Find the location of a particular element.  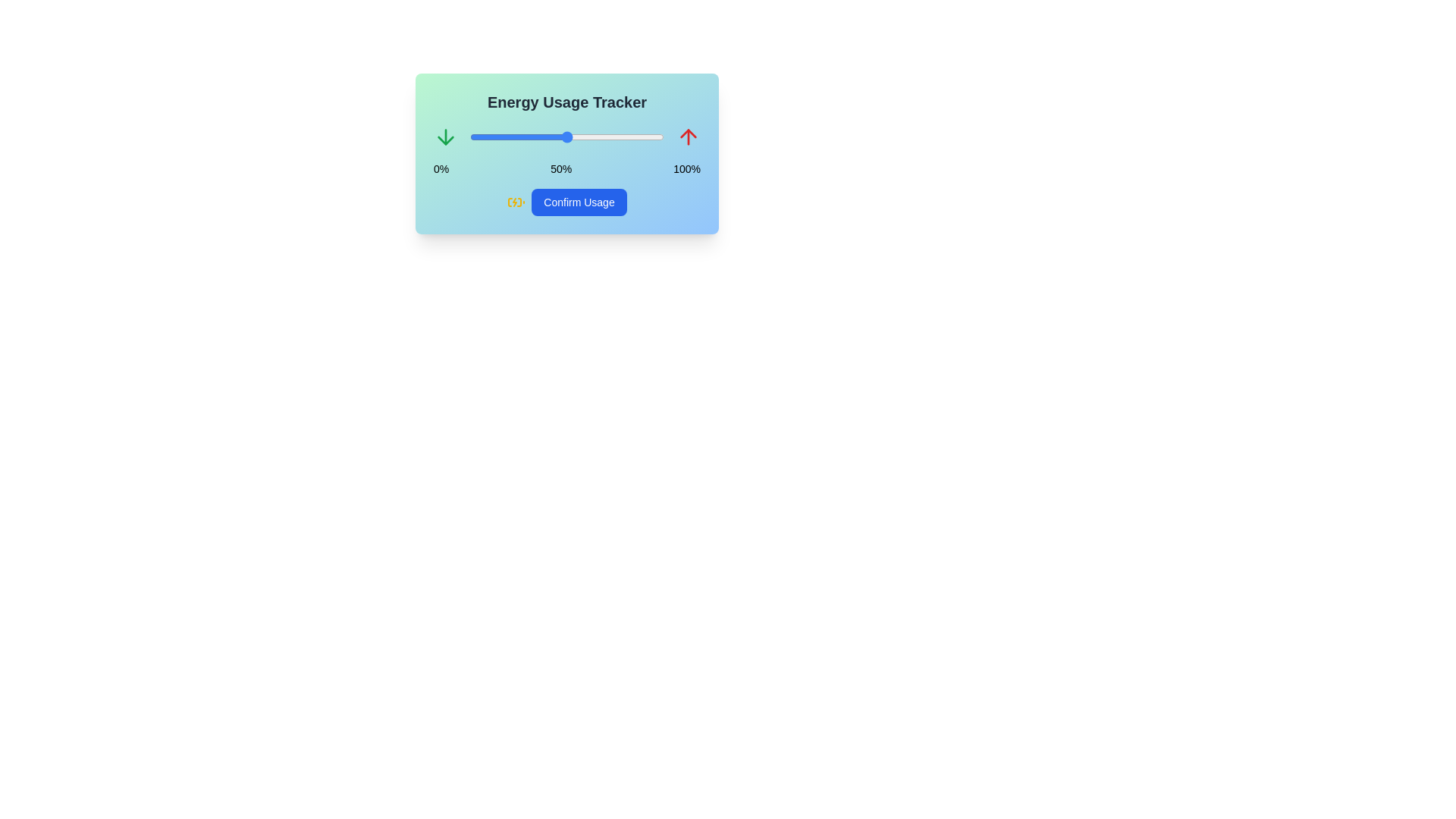

the energy usage slider to 74% is located at coordinates (613, 137).